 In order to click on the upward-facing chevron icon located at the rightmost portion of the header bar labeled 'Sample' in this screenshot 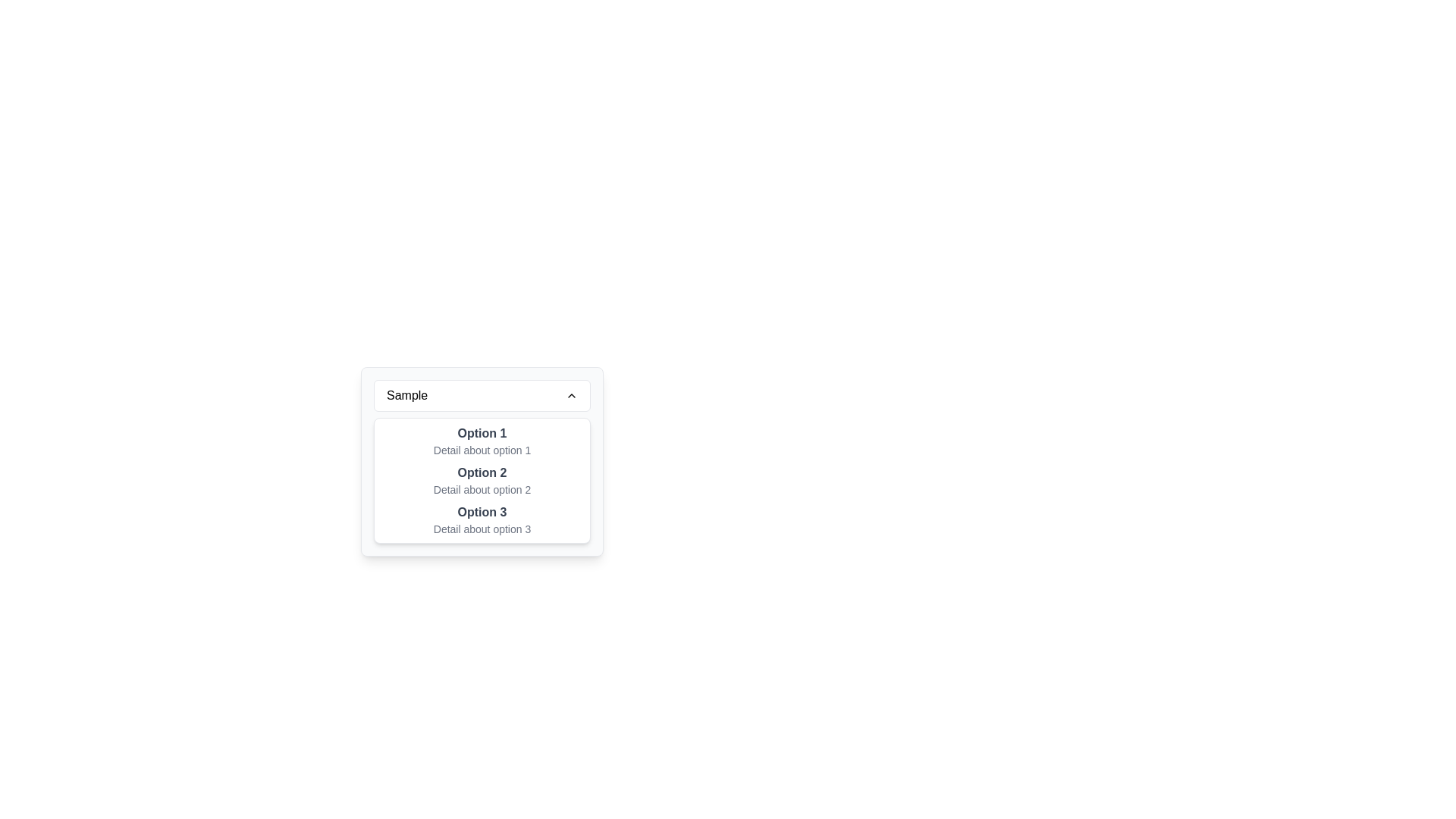, I will do `click(570, 394)`.